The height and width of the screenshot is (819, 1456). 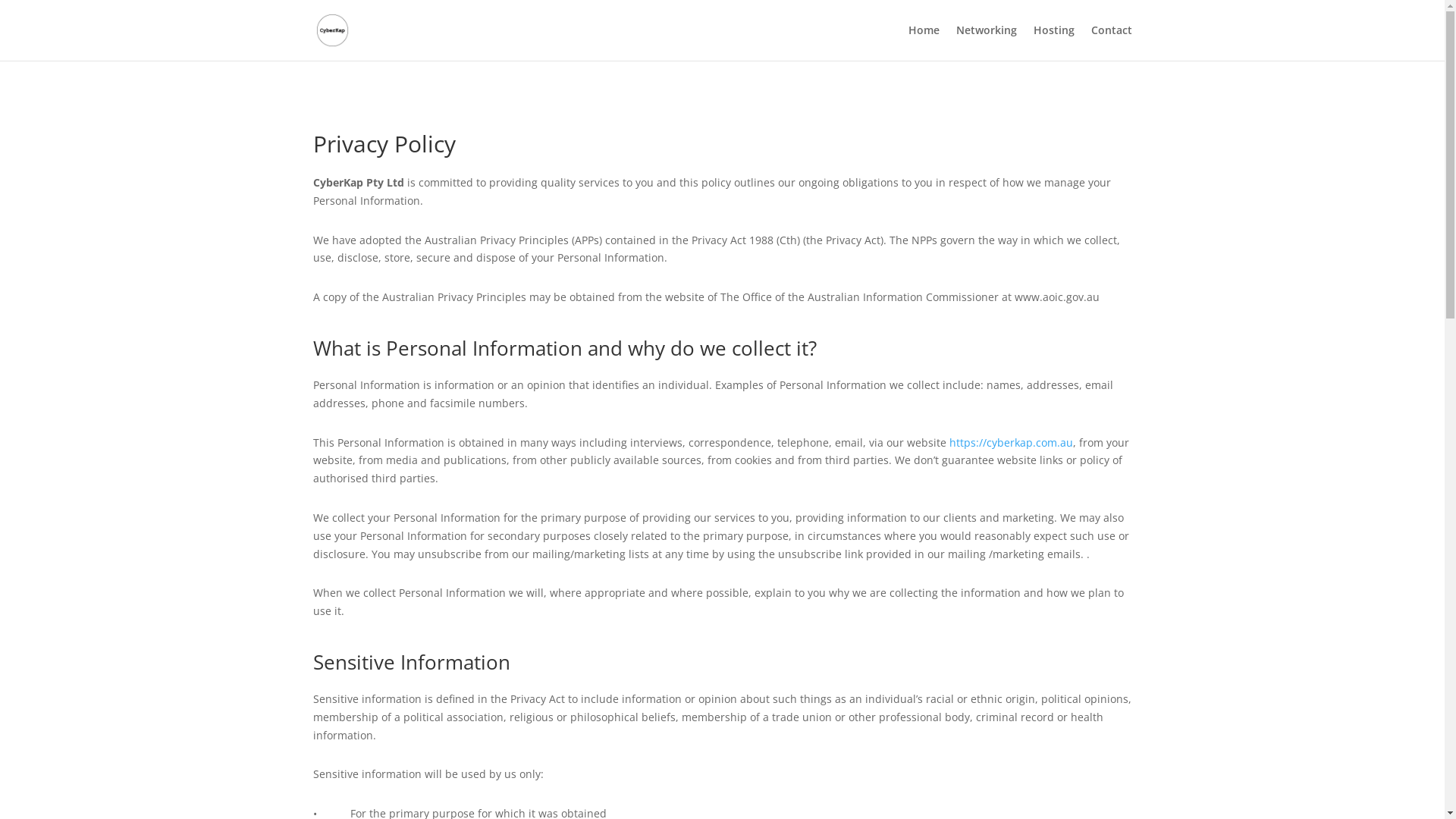 What do you see at coordinates (1011, 442) in the screenshot?
I see `'https://cyberkap.com.au'` at bounding box center [1011, 442].